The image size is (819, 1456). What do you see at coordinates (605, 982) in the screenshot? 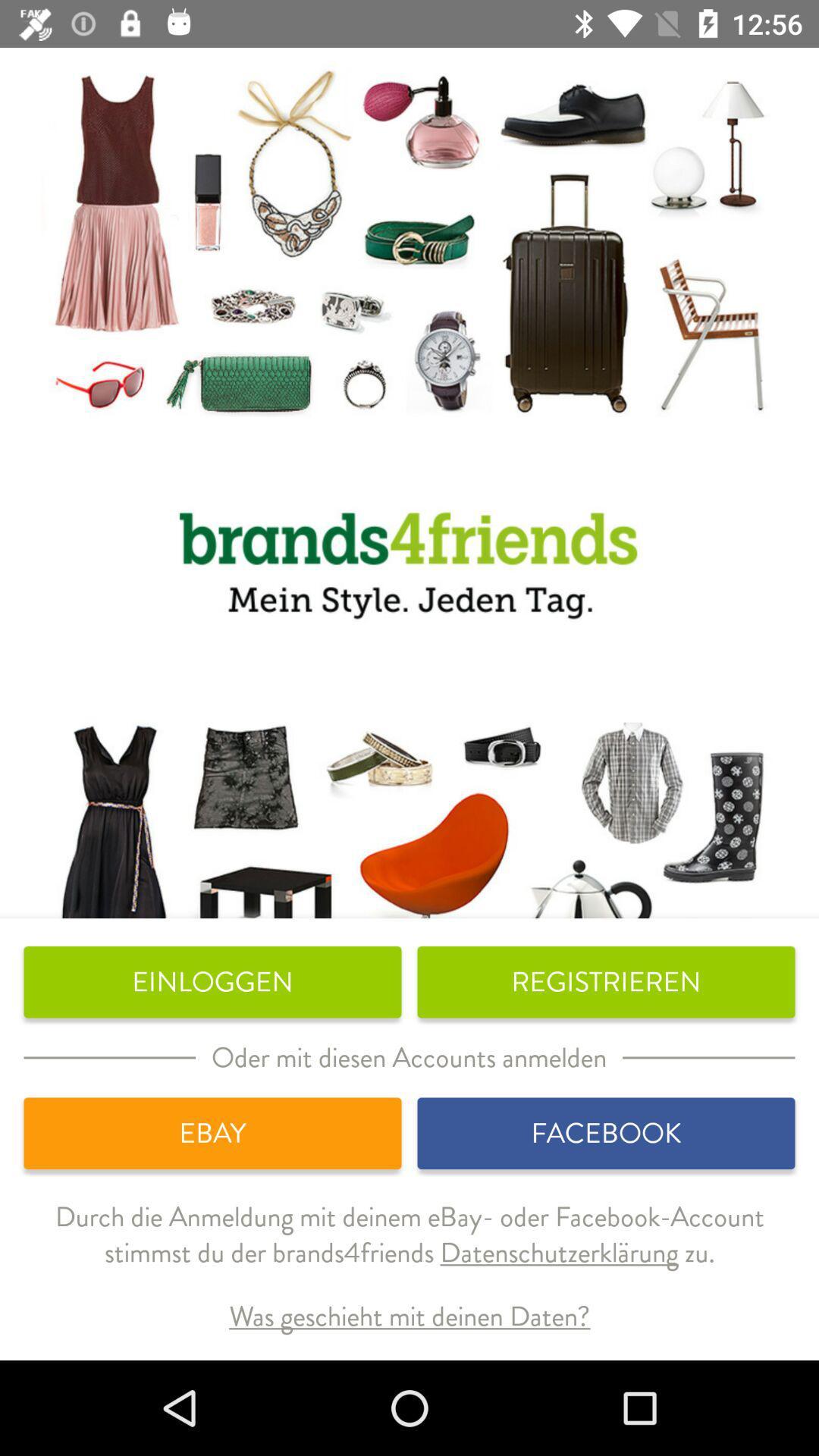
I see `the icon to the right of einloggen` at bounding box center [605, 982].